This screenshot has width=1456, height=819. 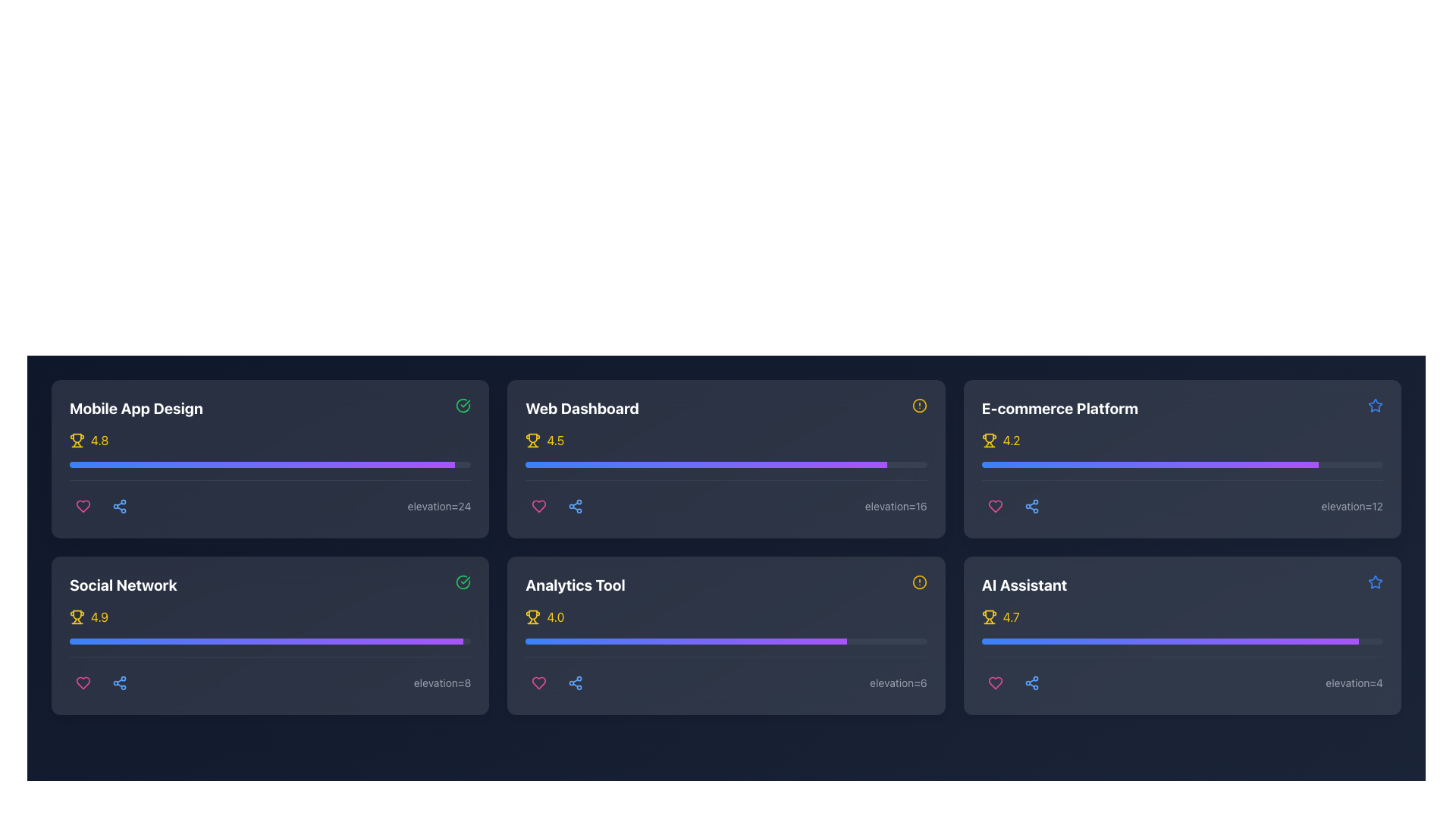 What do you see at coordinates (119, 683) in the screenshot?
I see `the share button located at the bottom right of the 'Social Network' card to enable keyboard navigation` at bounding box center [119, 683].